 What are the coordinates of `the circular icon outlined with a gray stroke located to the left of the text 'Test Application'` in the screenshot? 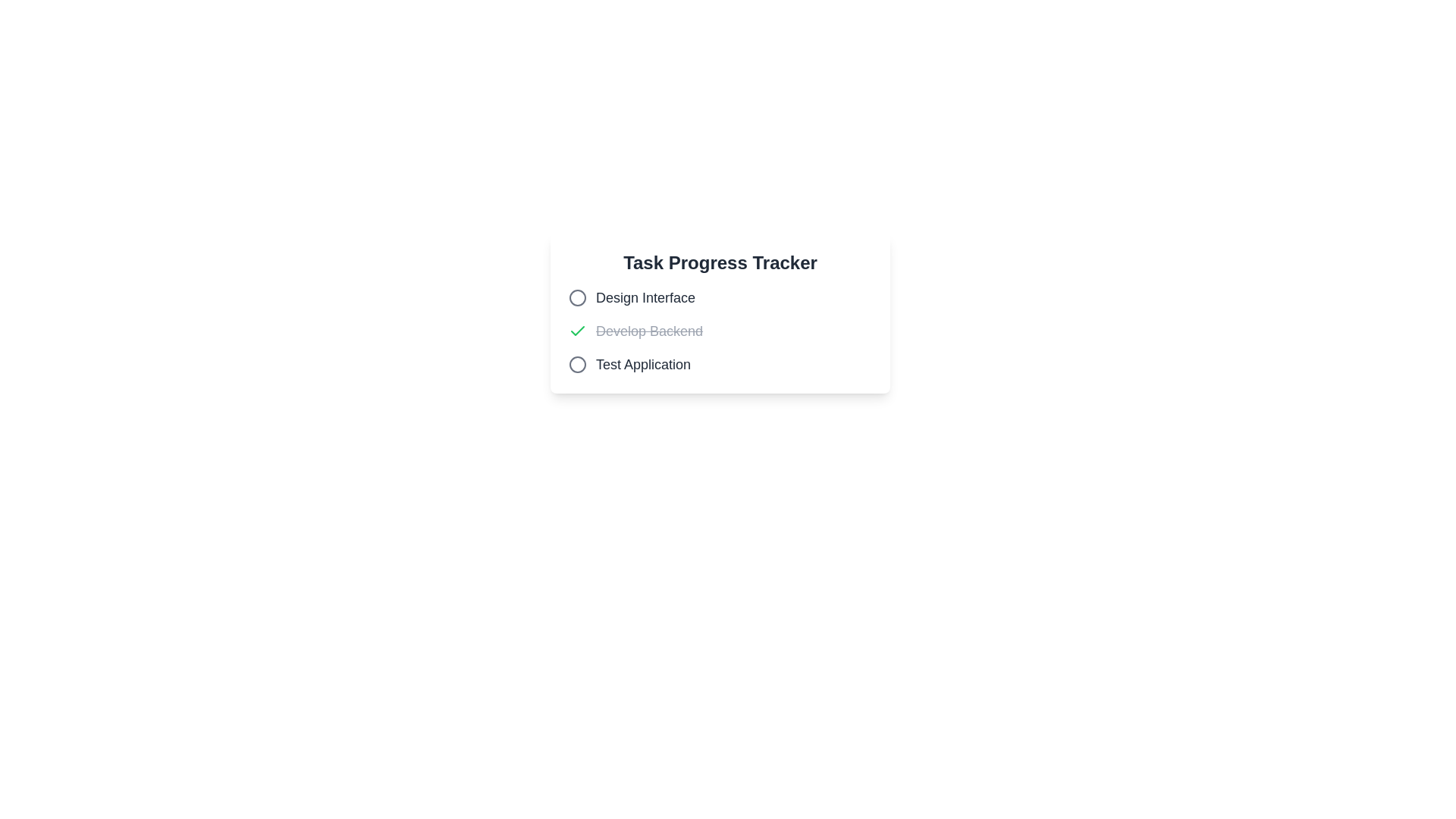 It's located at (577, 365).